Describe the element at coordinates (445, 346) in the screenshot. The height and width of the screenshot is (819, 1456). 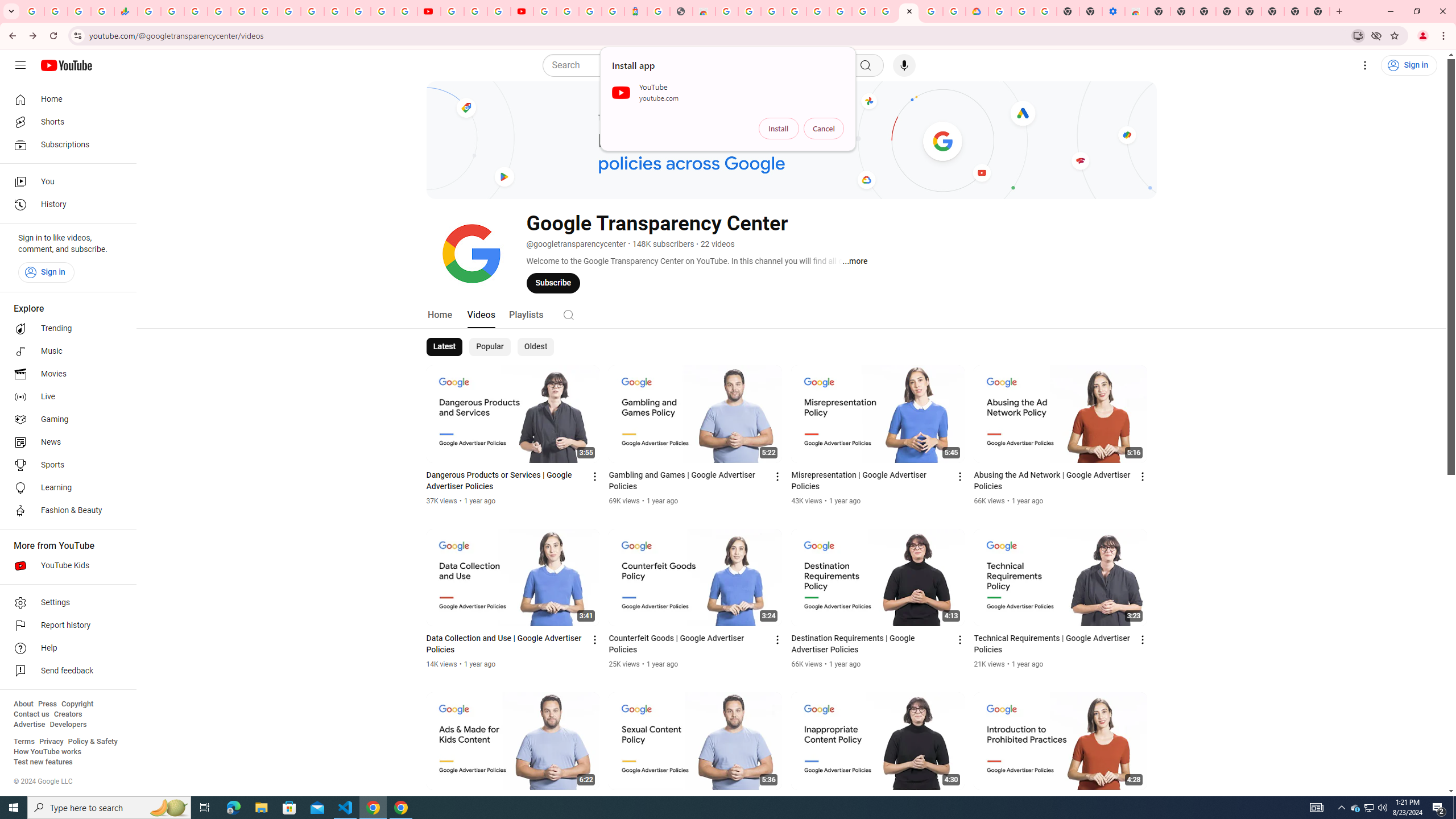
I see `'Latest'` at that location.